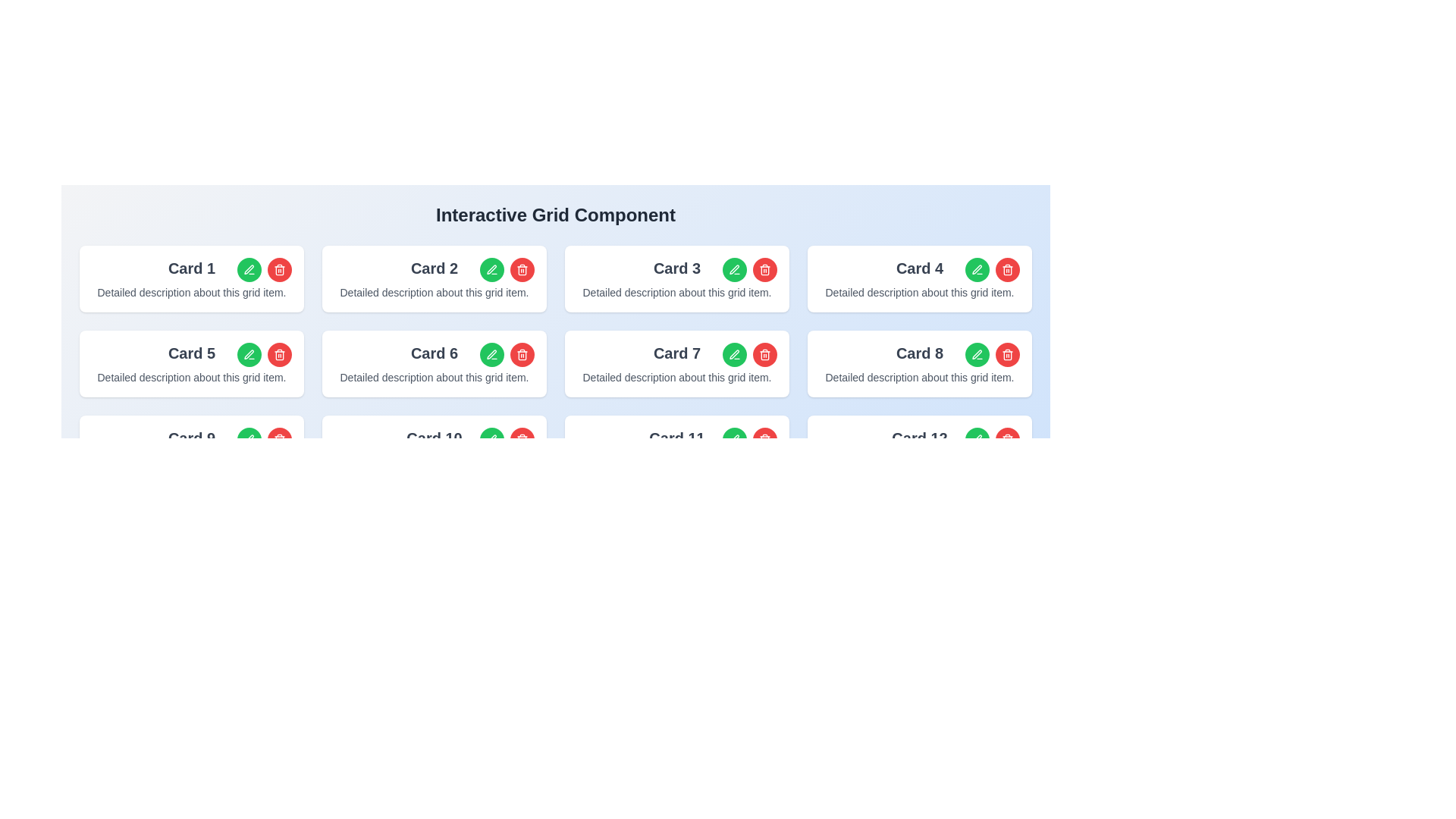  Describe the element at coordinates (265, 354) in the screenshot. I see `the green button with a pen icon` at that location.